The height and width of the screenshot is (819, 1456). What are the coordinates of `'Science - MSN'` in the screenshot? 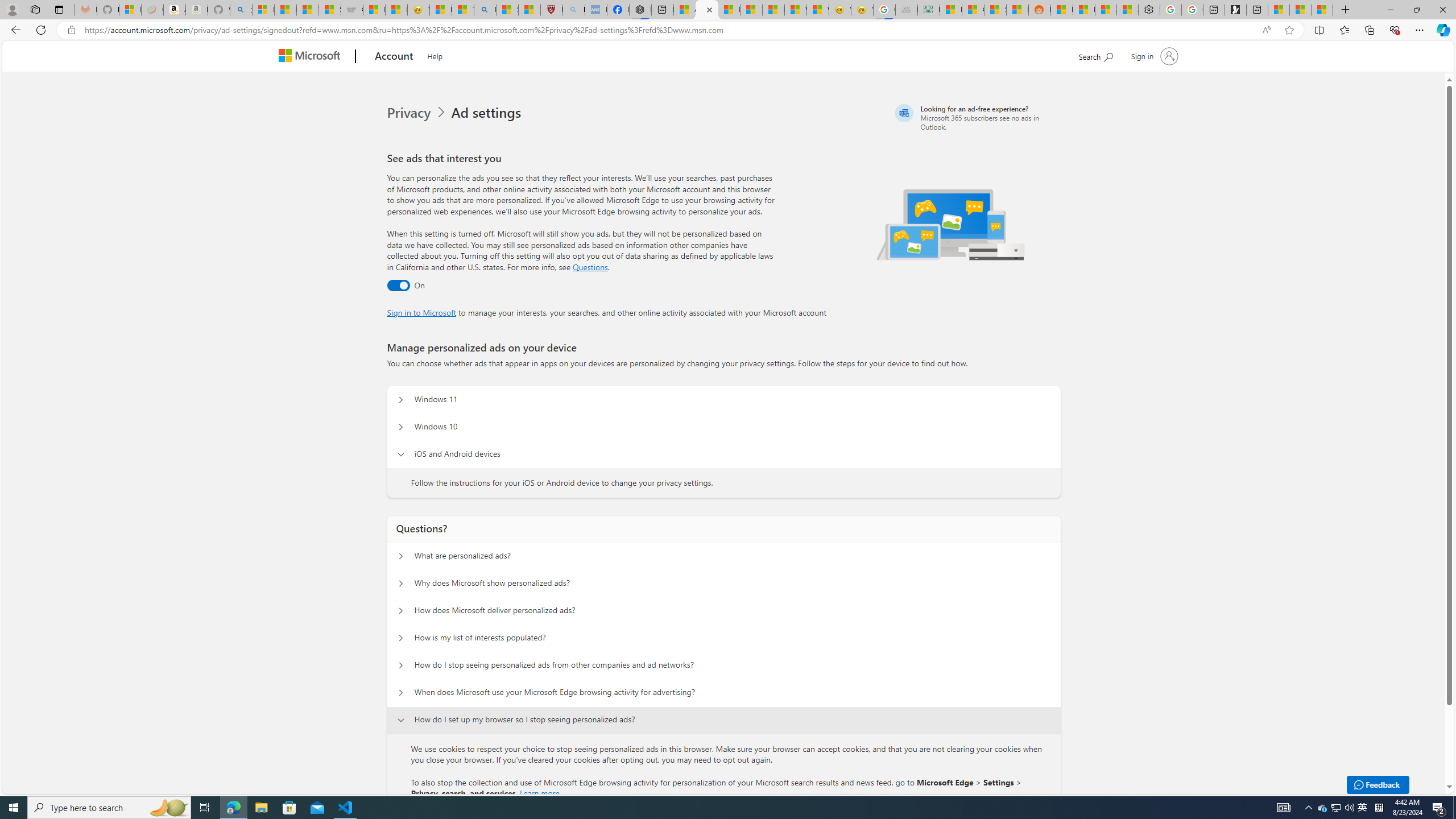 It's located at (507, 9).